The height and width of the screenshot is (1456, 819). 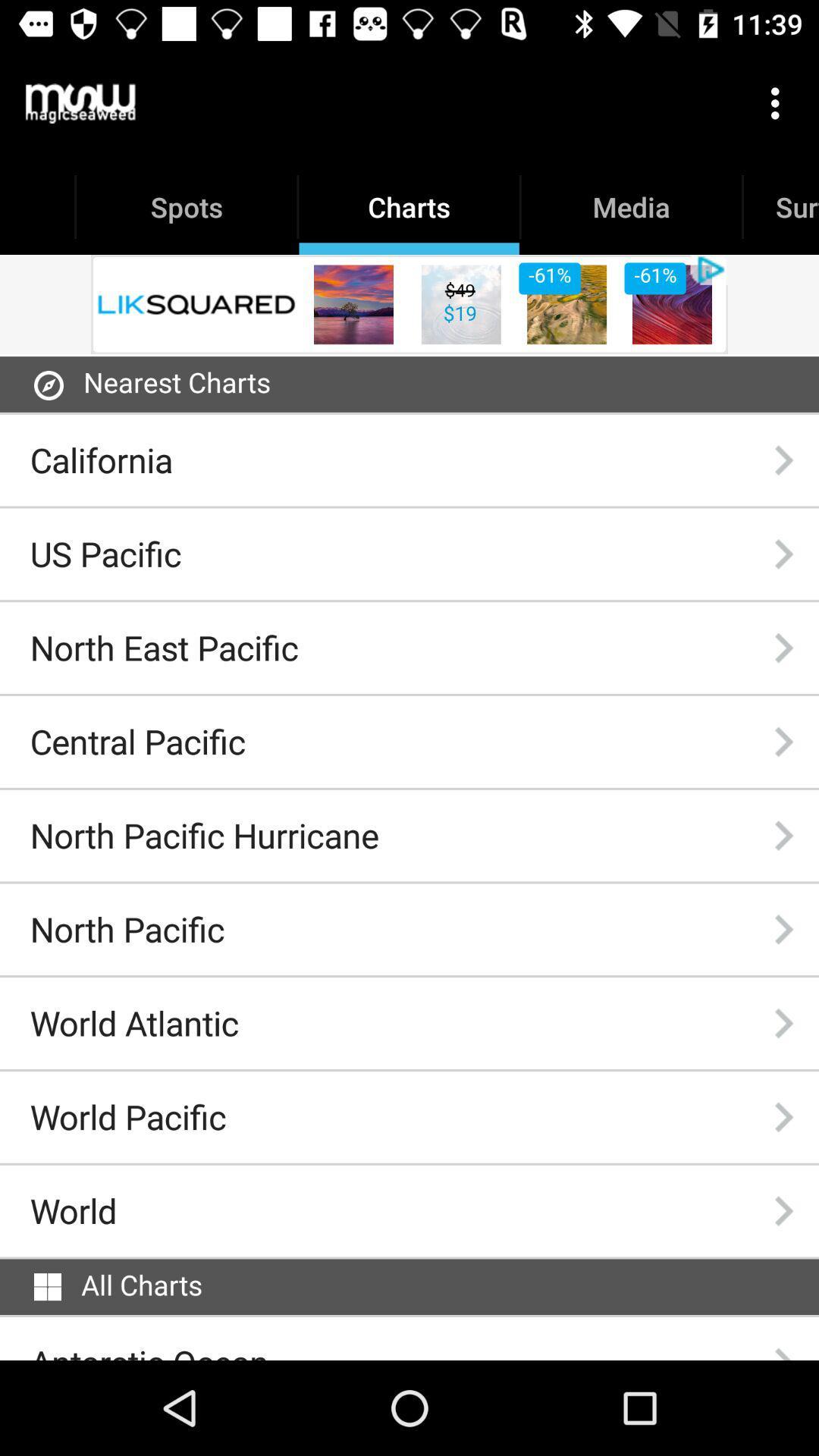 I want to click on the item to the left of the charts, so click(x=80, y=102).